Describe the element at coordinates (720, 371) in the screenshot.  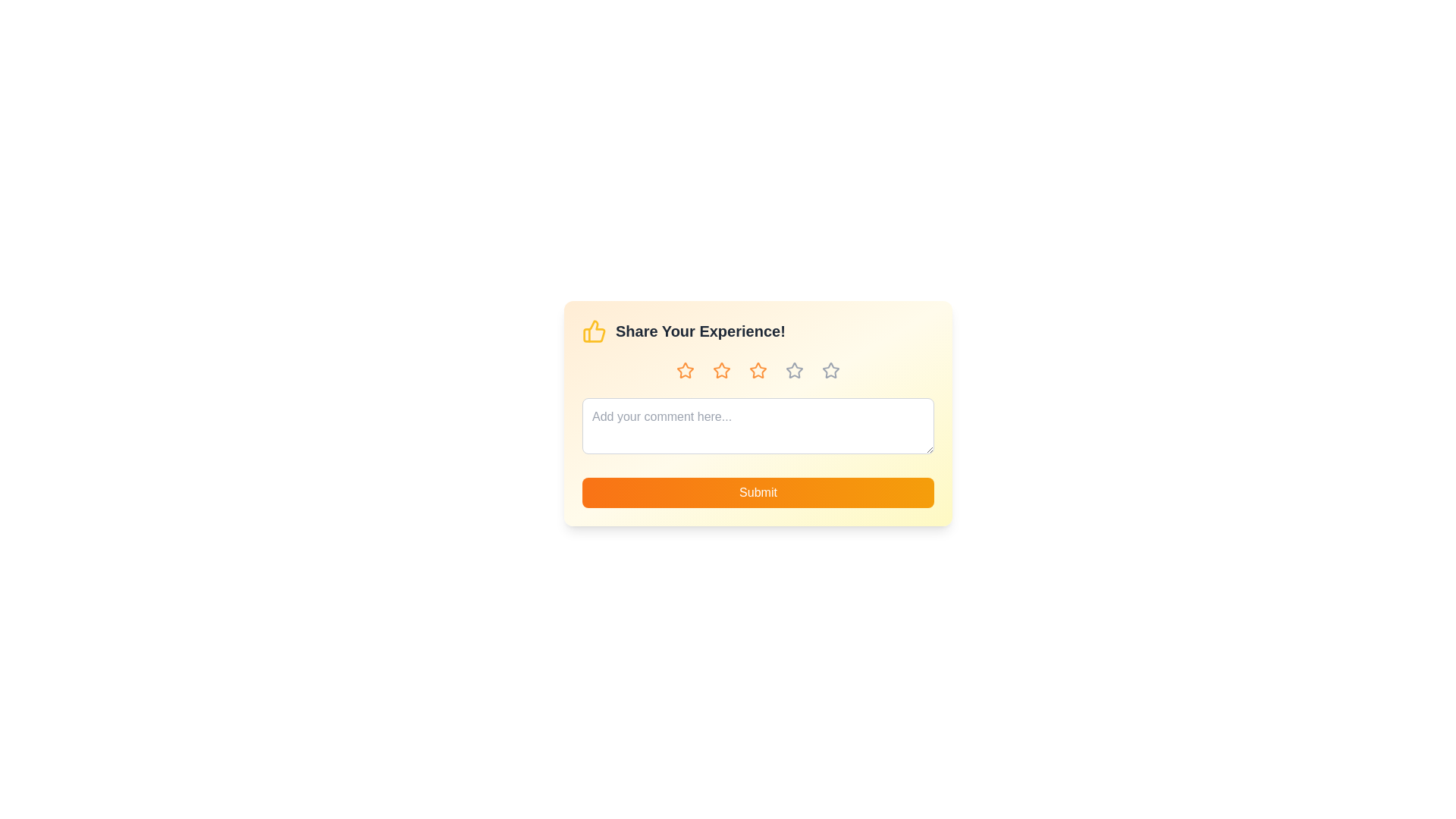
I see `the rating to 2 stars by clicking on the respective star` at that location.